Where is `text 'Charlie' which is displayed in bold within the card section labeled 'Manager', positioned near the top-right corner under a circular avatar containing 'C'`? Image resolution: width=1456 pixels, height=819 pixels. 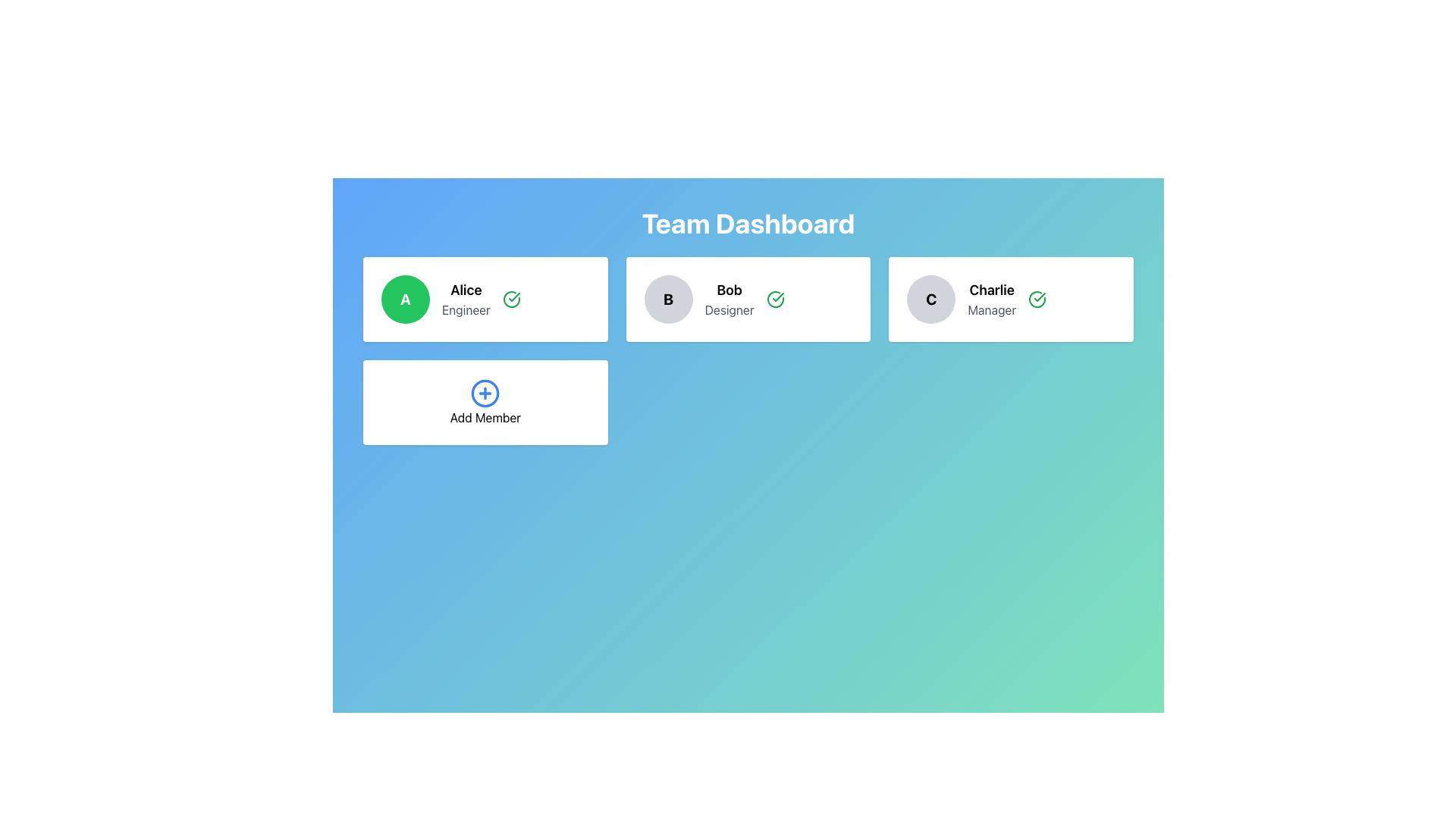 text 'Charlie' which is displayed in bold within the card section labeled 'Manager', positioned near the top-right corner under a circular avatar containing 'C' is located at coordinates (992, 290).